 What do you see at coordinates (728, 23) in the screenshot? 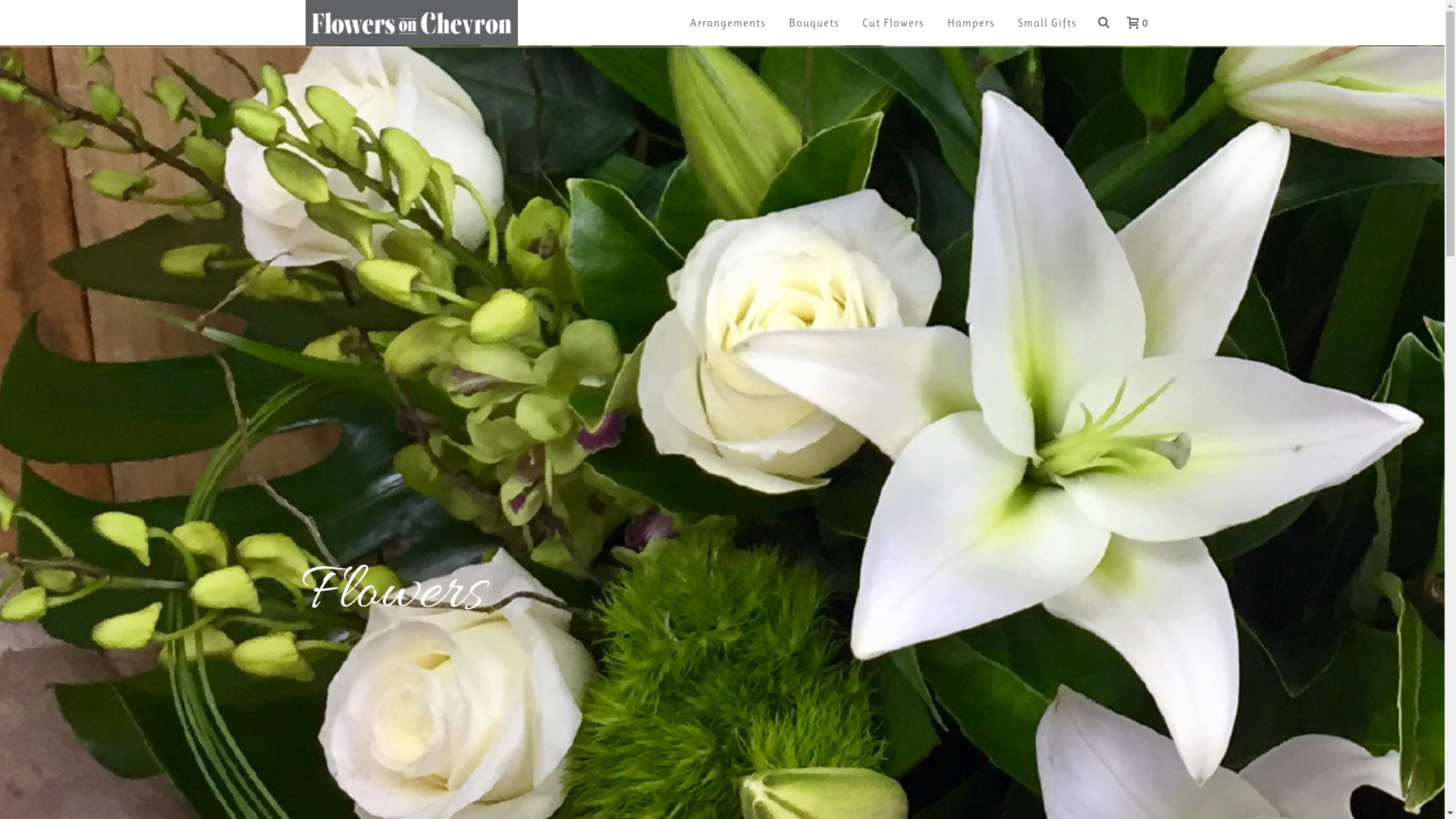
I see `'Arrangements'` at bounding box center [728, 23].